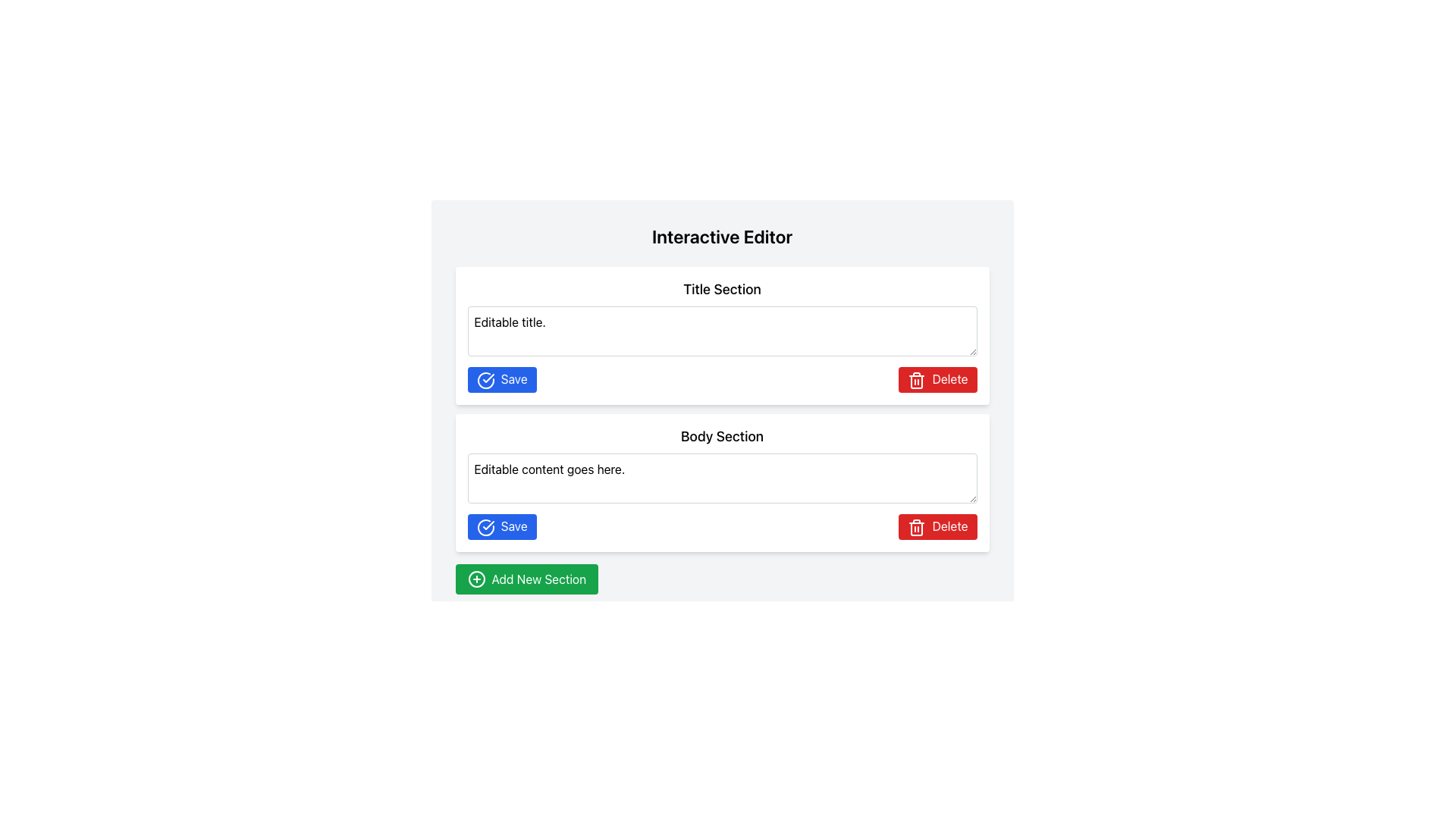  Describe the element at coordinates (485, 379) in the screenshot. I see `the circular blue icon with a checkmark inside, located to the left of the 'Save' label` at that location.